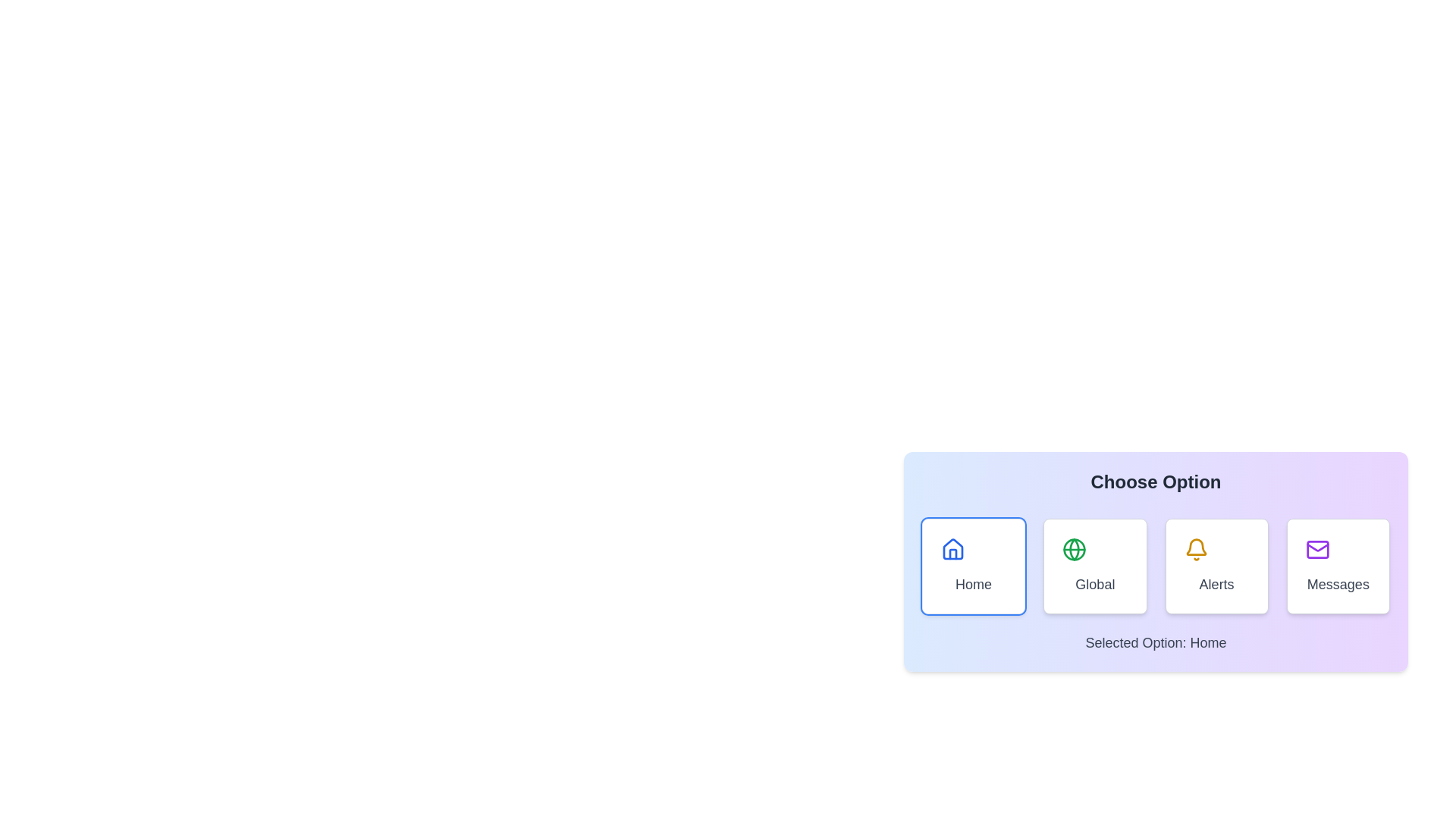 Image resolution: width=1456 pixels, height=819 pixels. I want to click on 'Global' text label, which serves as a descriptor for the associated card option located in the bottom-middle part of the card, directly below the green globe icon, so click(1095, 584).